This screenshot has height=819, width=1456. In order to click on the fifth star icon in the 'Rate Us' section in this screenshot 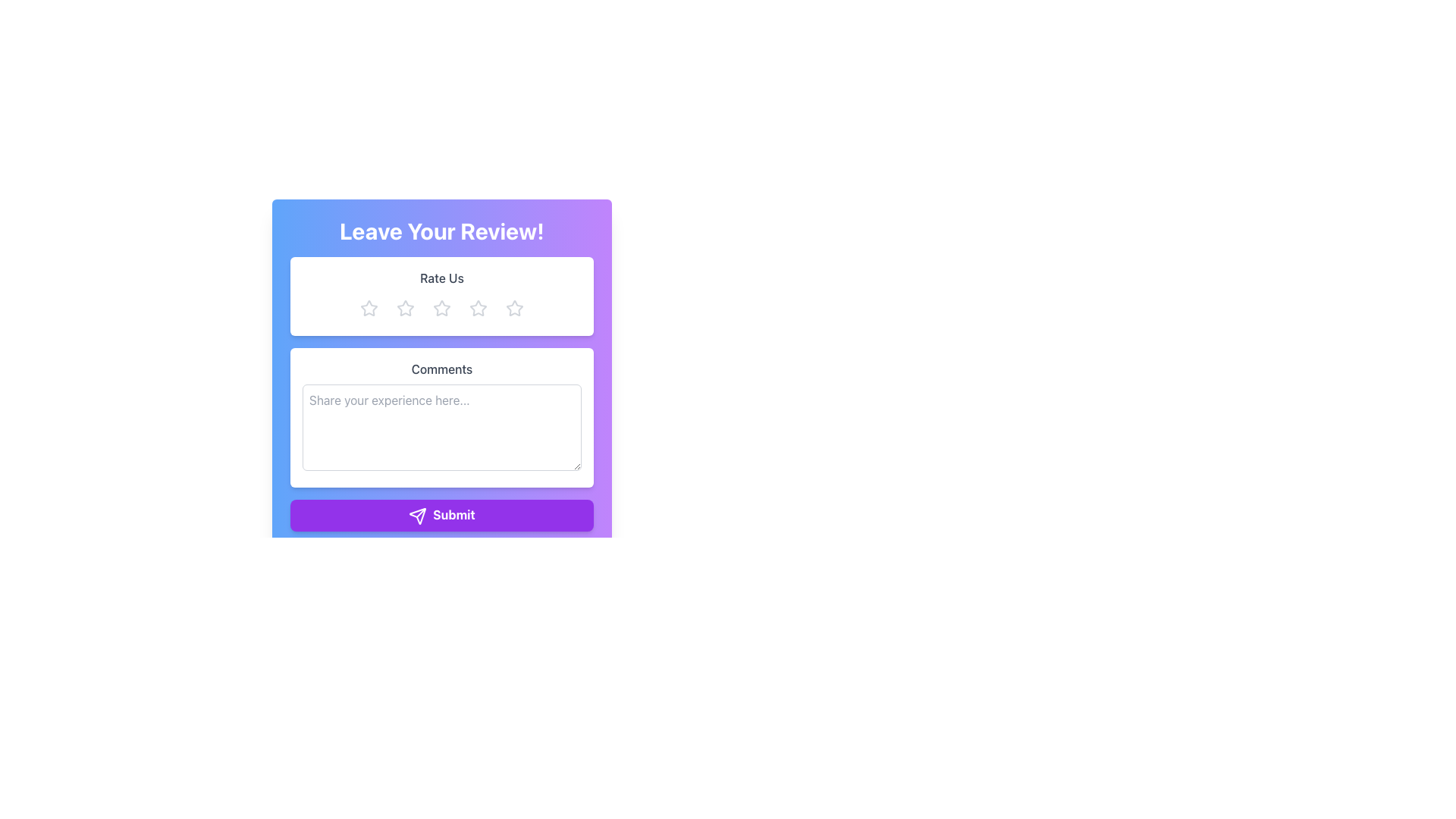, I will do `click(514, 307)`.